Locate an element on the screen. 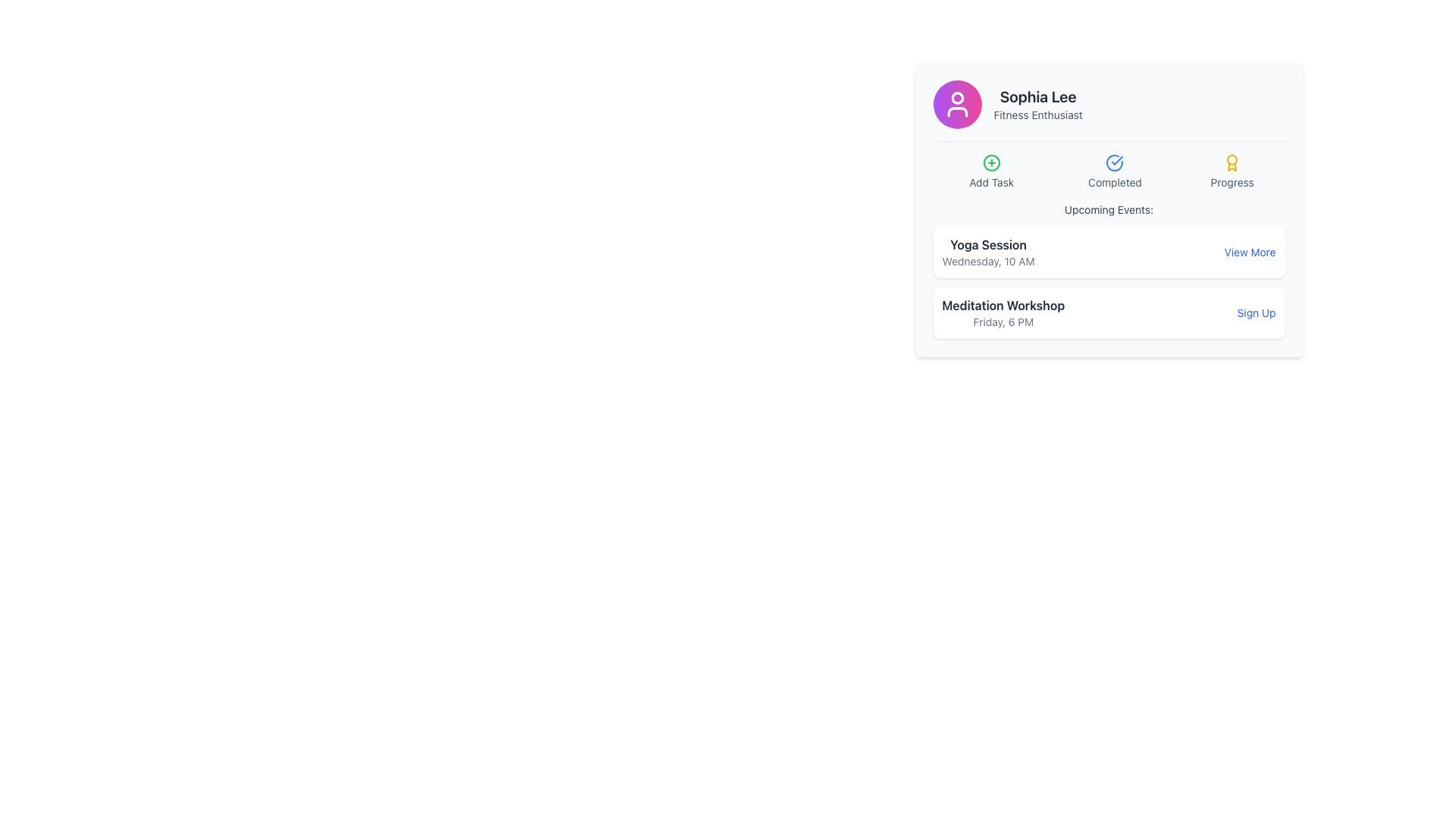  the informational Text Display element that presents details about the 'Meditation Workshop' scheduled for 'Friday, 6 PM', located in the lower section of the event card, adjacent to the 'Sign Up' button is located at coordinates (1003, 312).